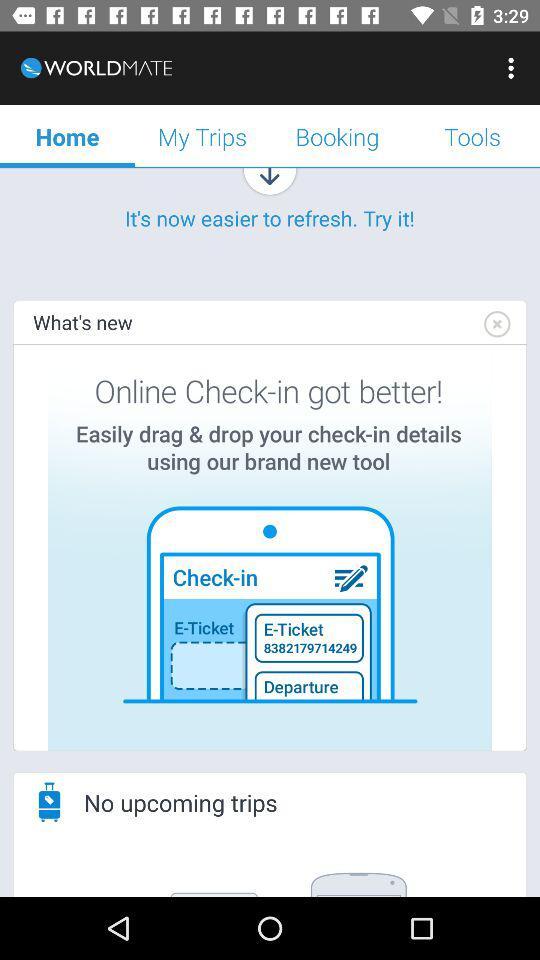  I want to click on icon next to what's new, so click(495, 324).